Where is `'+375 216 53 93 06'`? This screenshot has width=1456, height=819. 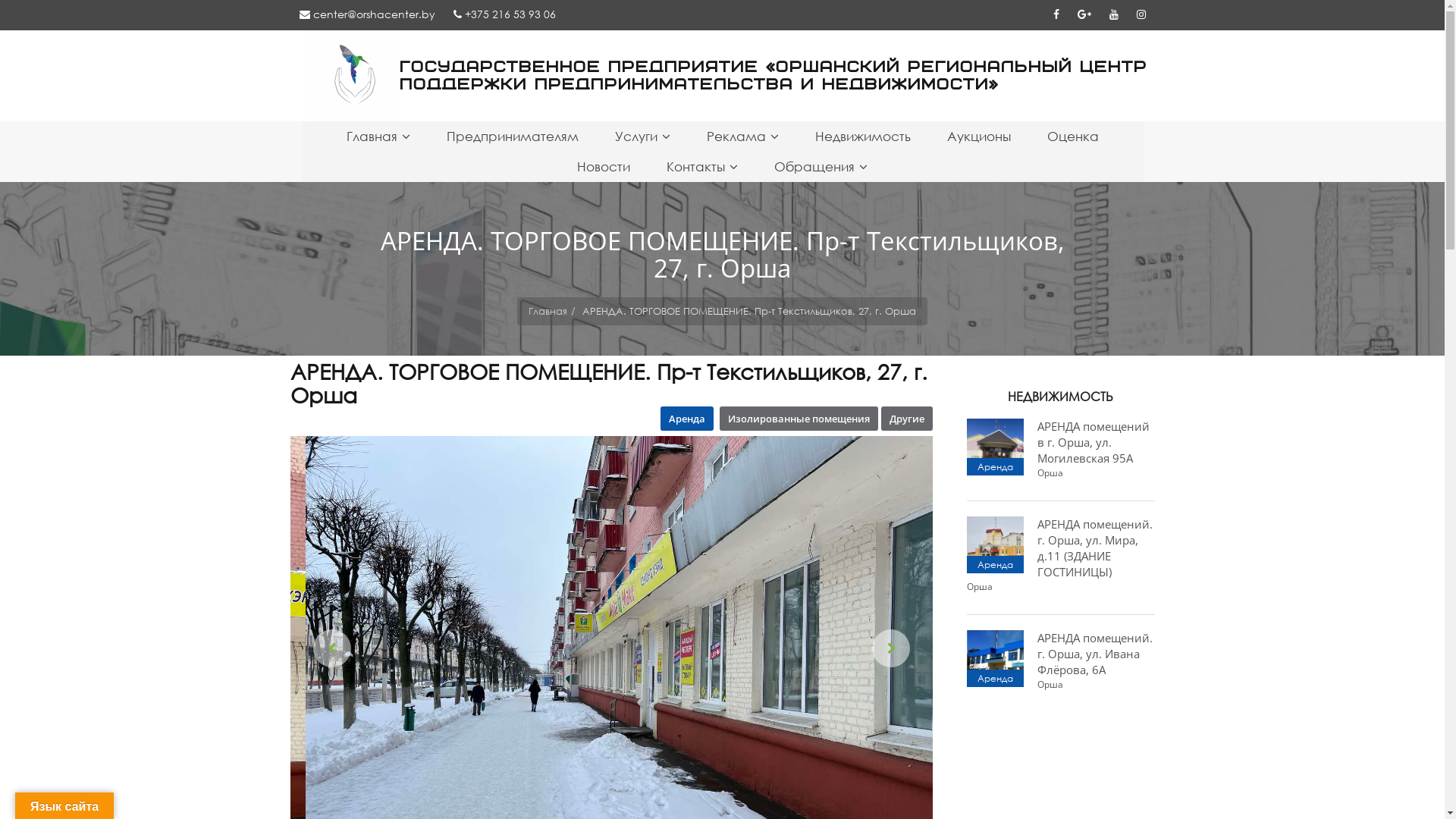 '+375 216 53 93 06' is located at coordinates (504, 14).